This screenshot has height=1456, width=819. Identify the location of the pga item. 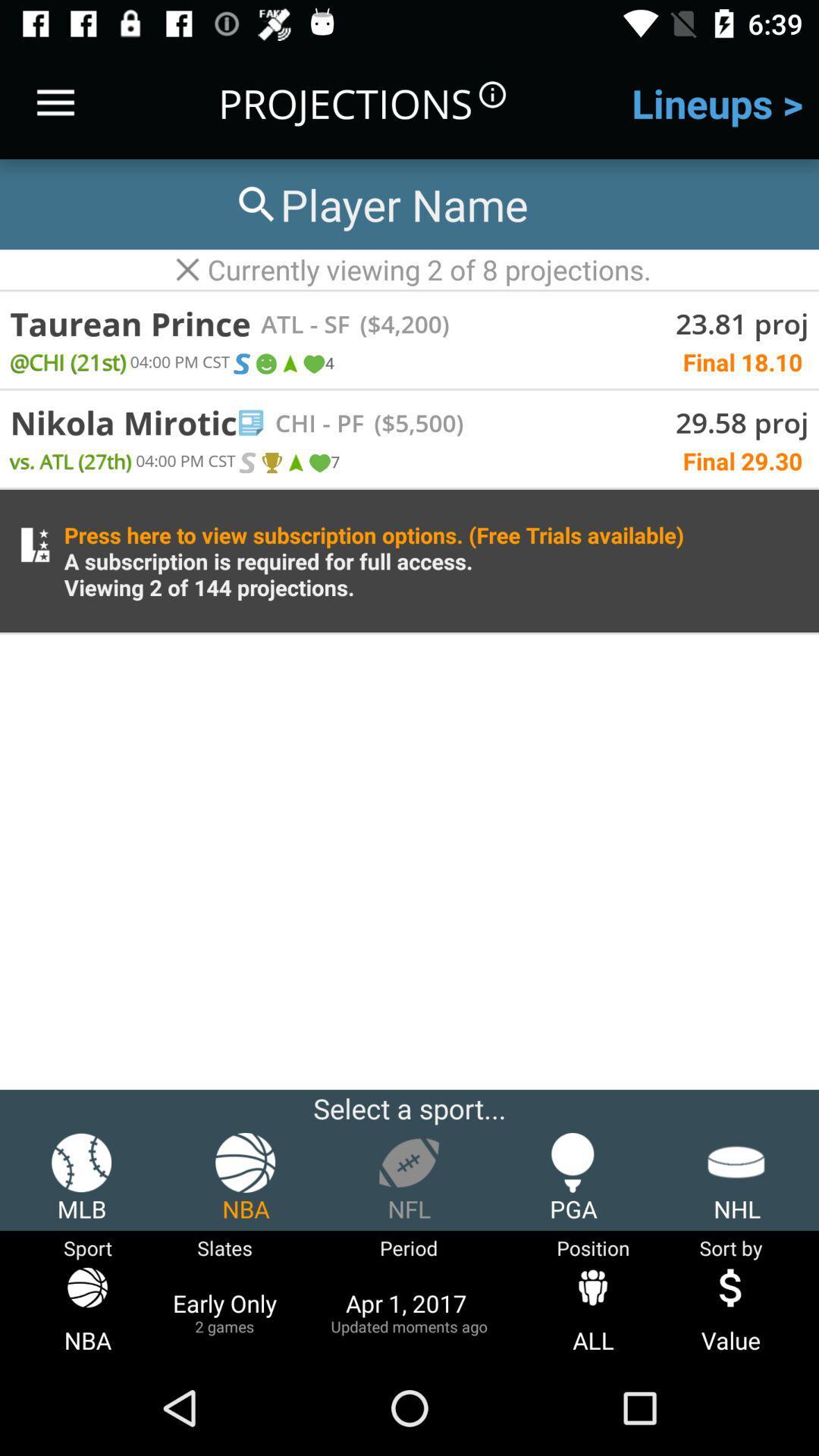
(573, 1178).